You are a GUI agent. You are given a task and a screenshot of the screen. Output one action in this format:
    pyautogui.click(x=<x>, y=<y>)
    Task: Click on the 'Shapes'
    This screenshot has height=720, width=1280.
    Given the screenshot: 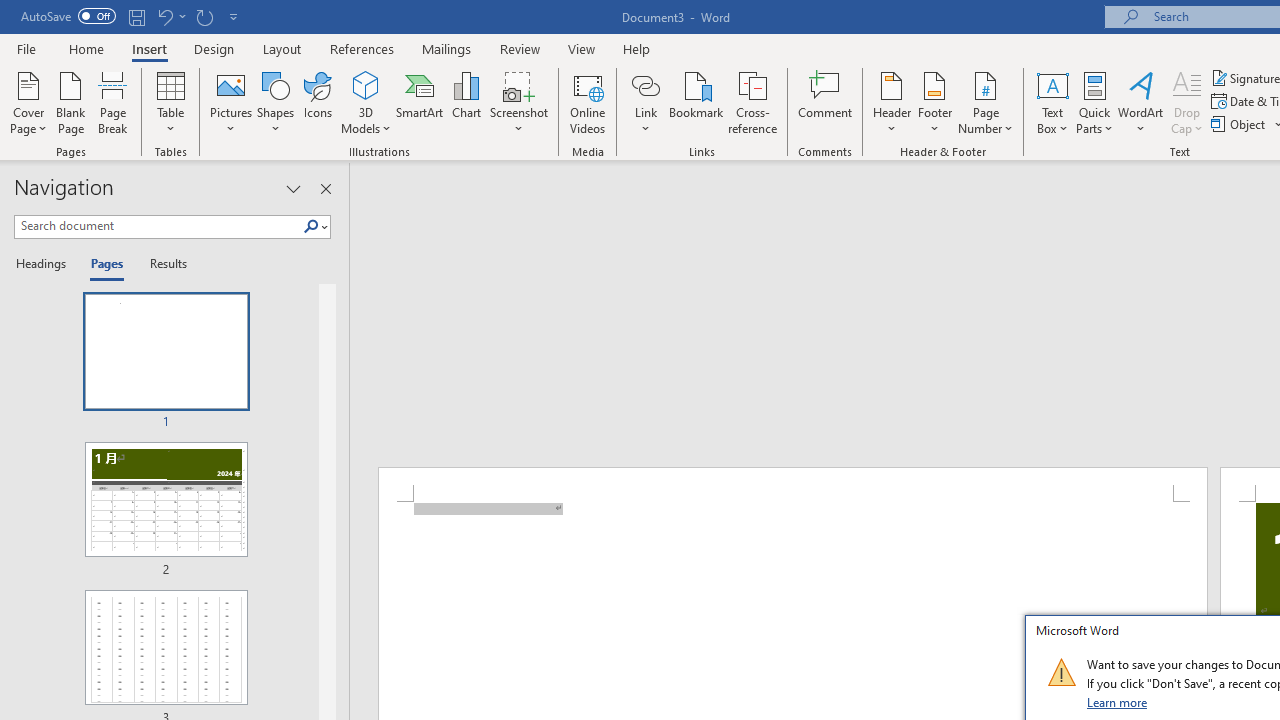 What is the action you would take?
    pyautogui.click(x=274, y=103)
    